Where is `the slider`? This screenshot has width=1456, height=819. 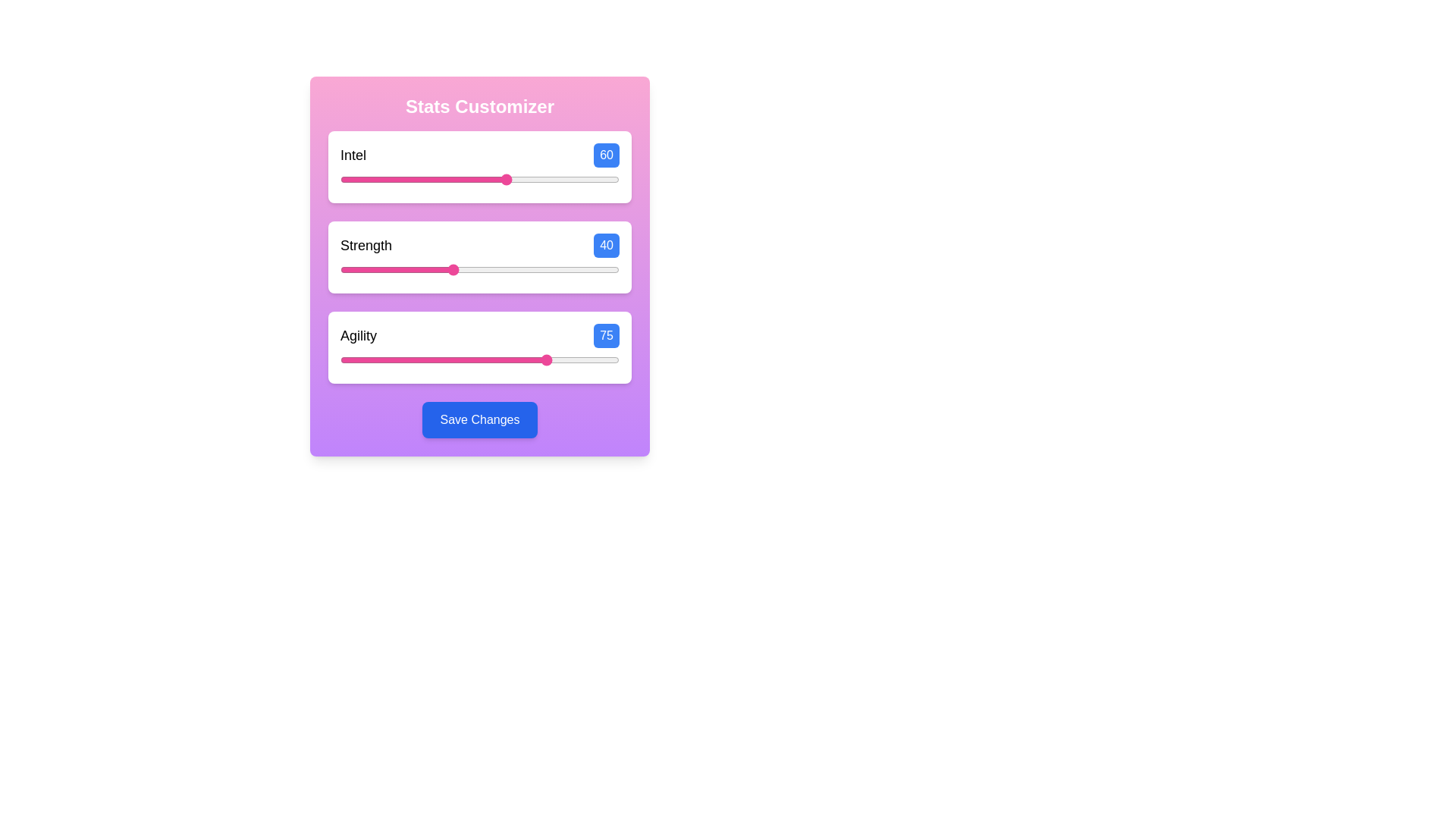 the slider is located at coordinates (579, 178).